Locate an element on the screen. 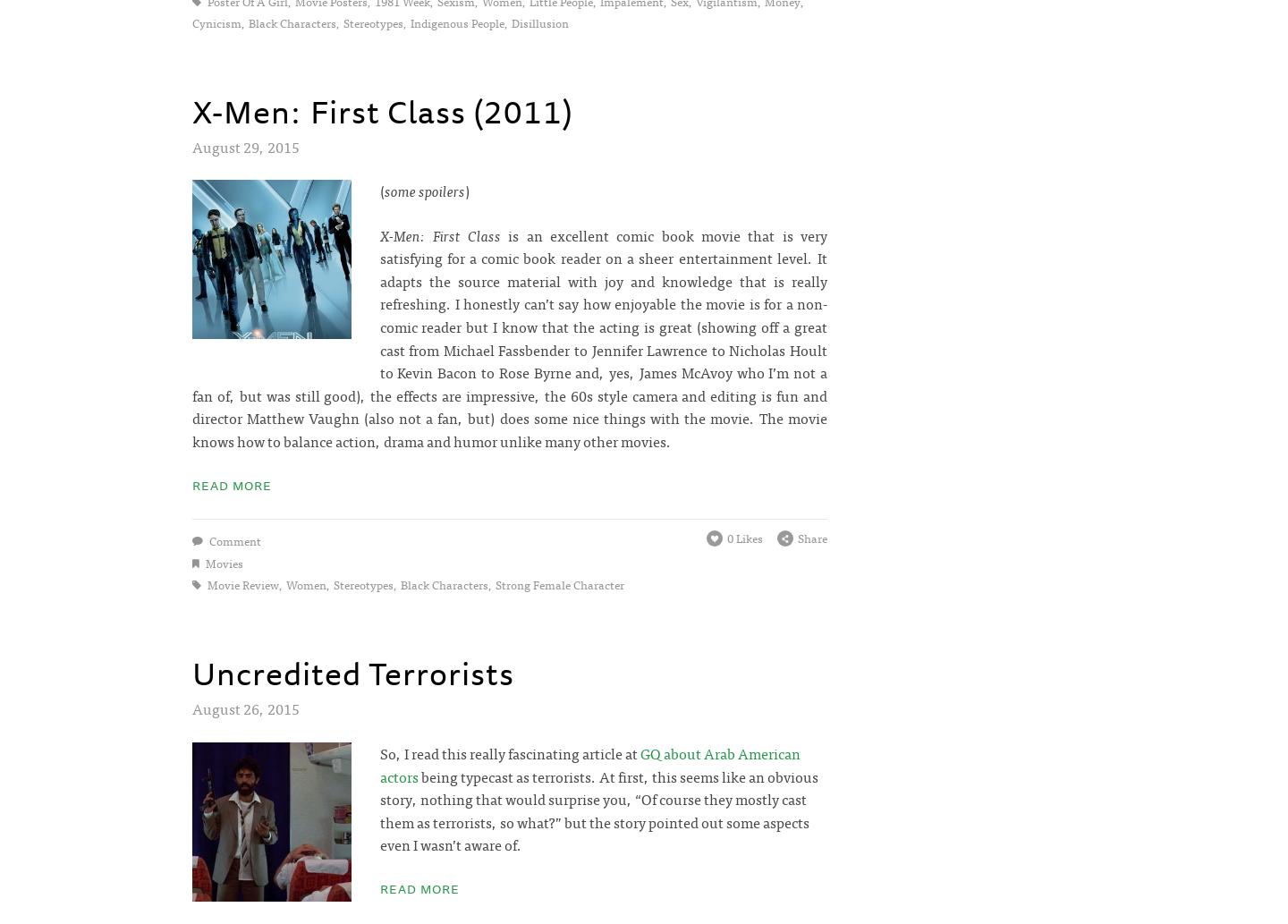 The image size is (1288, 924). 'movies' is located at coordinates (222, 561).